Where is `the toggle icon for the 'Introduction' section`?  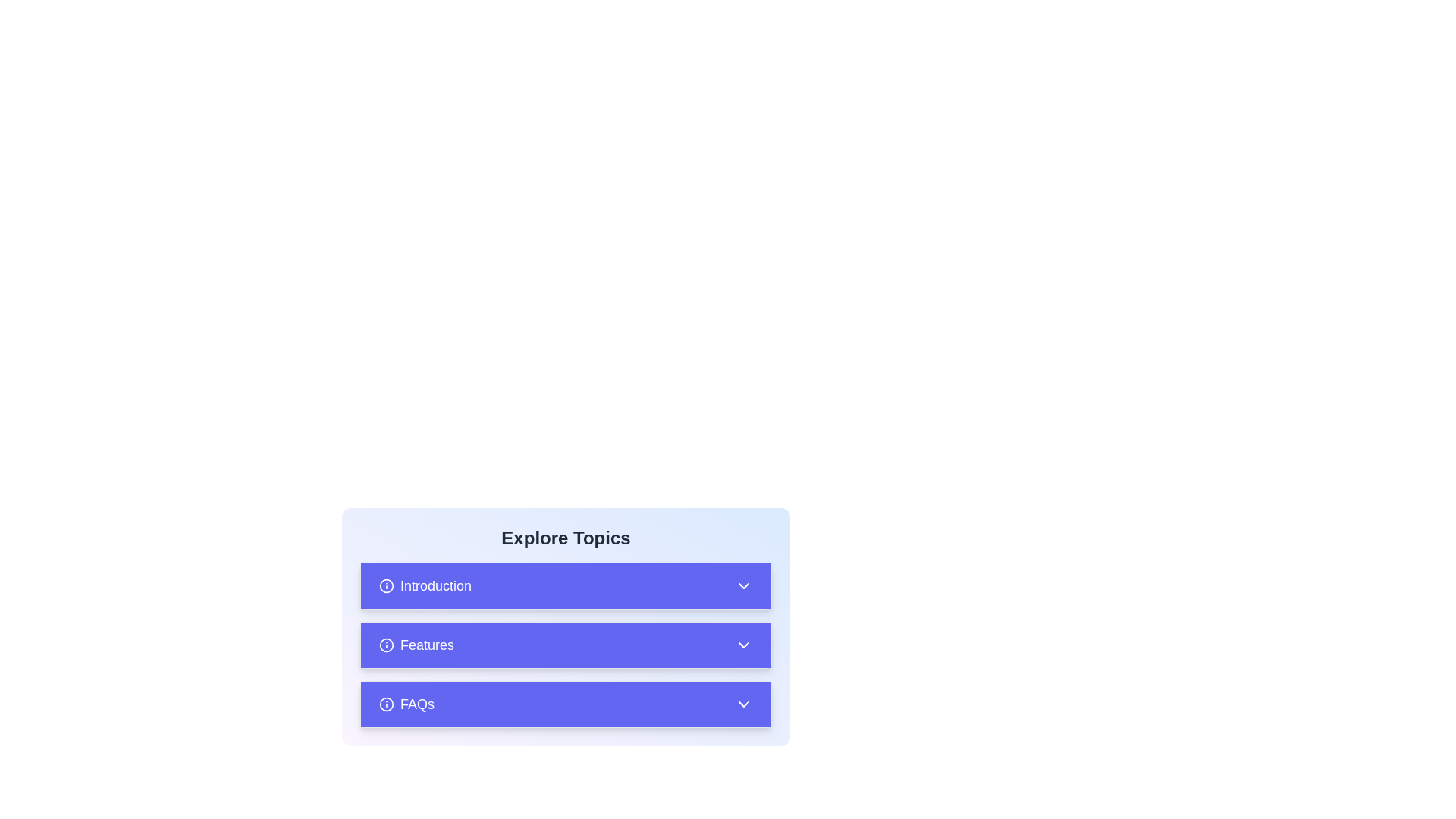
the toggle icon for the 'Introduction' section is located at coordinates (743, 585).